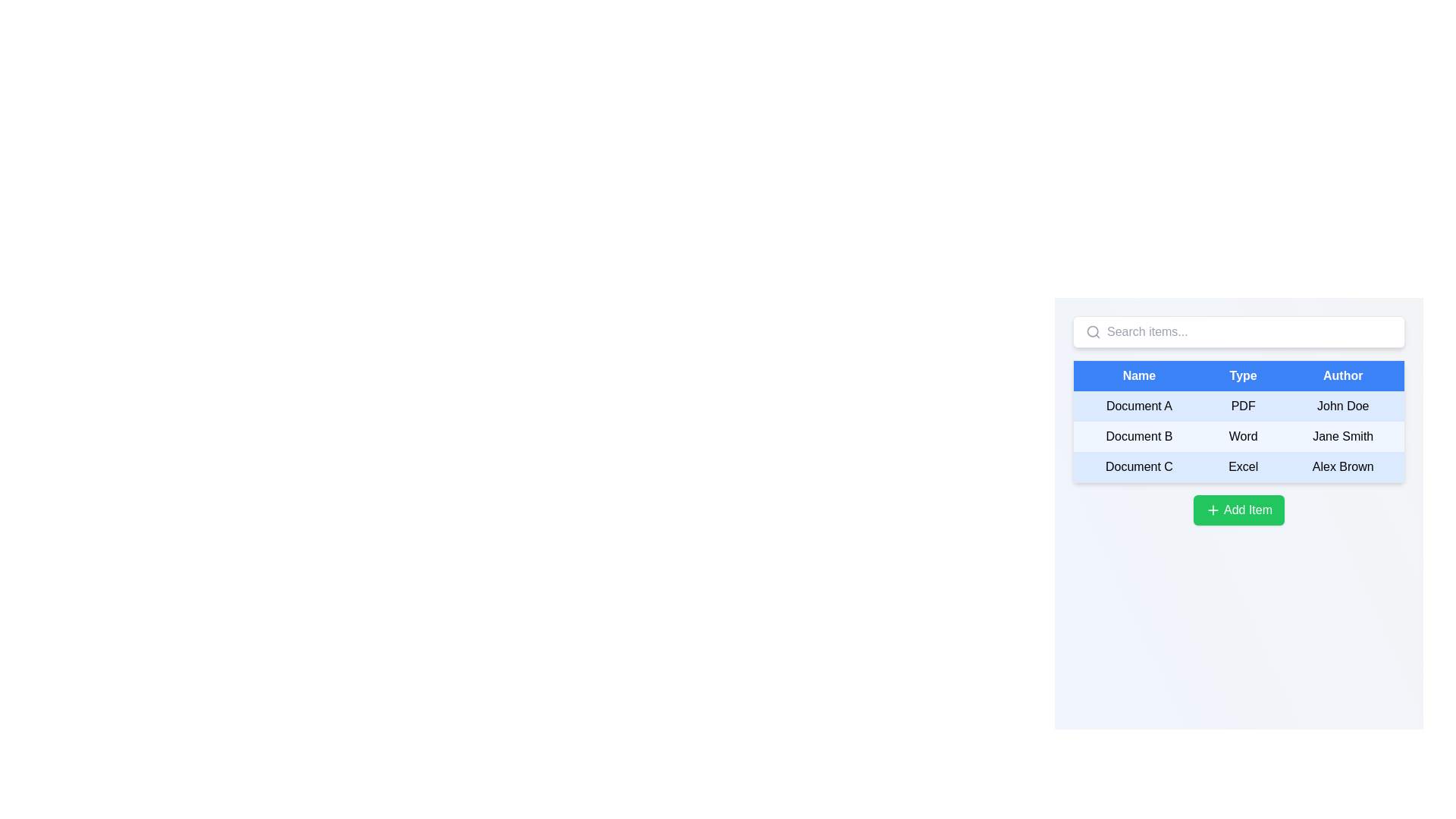 Image resolution: width=1456 pixels, height=819 pixels. Describe the element at coordinates (1238, 436) in the screenshot. I see `the second row of the table displaying 'Document B', 'Word', and 'Jane Smith'` at that location.